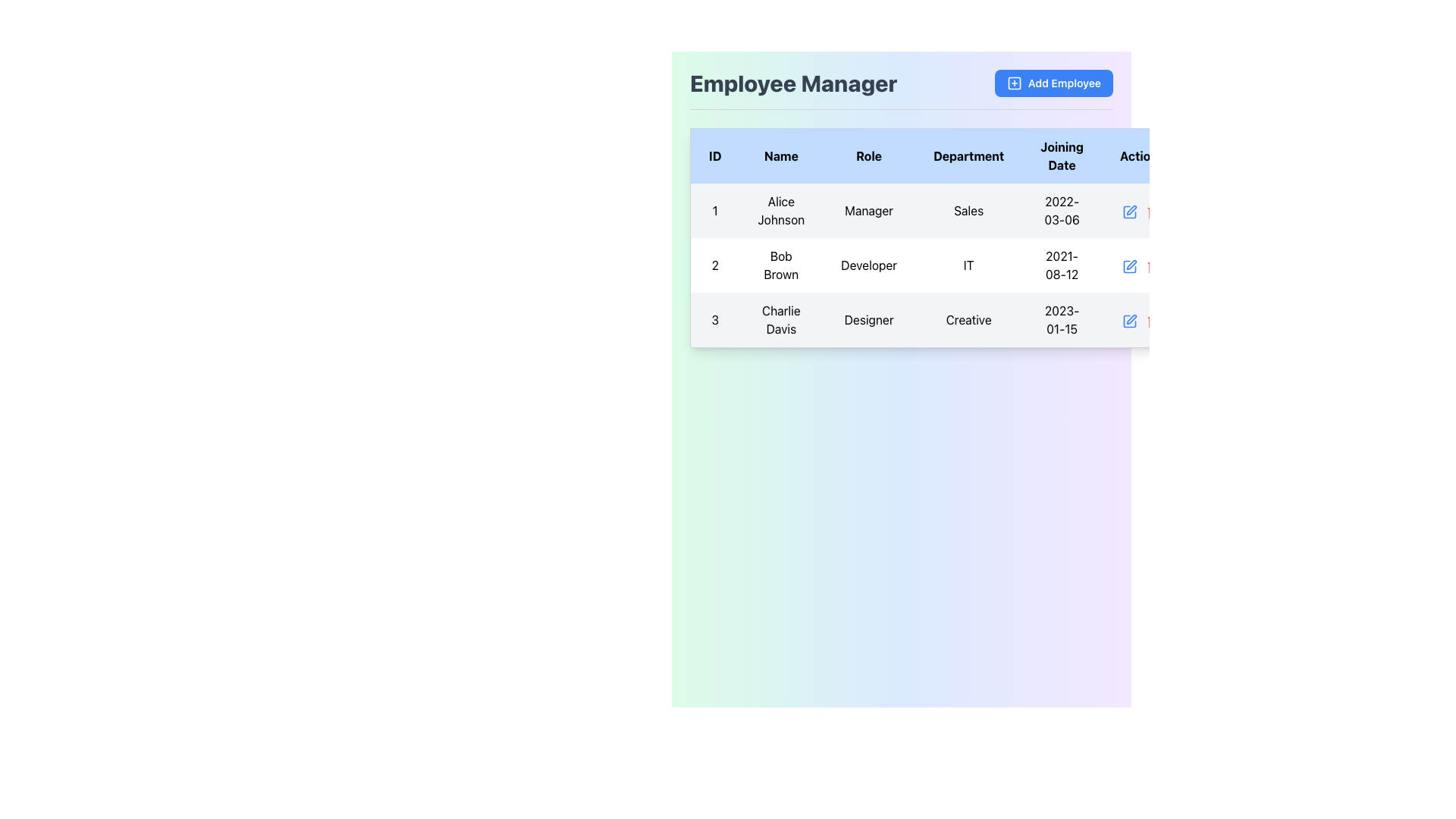 Image resolution: width=1456 pixels, height=819 pixels. What do you see at coordinates (1130, 210) in the screenshot?
I see `the edit icon button in the 'Actions' column corresponding to the 'Alice Johnson' record` at bounding box center [1130, 210].